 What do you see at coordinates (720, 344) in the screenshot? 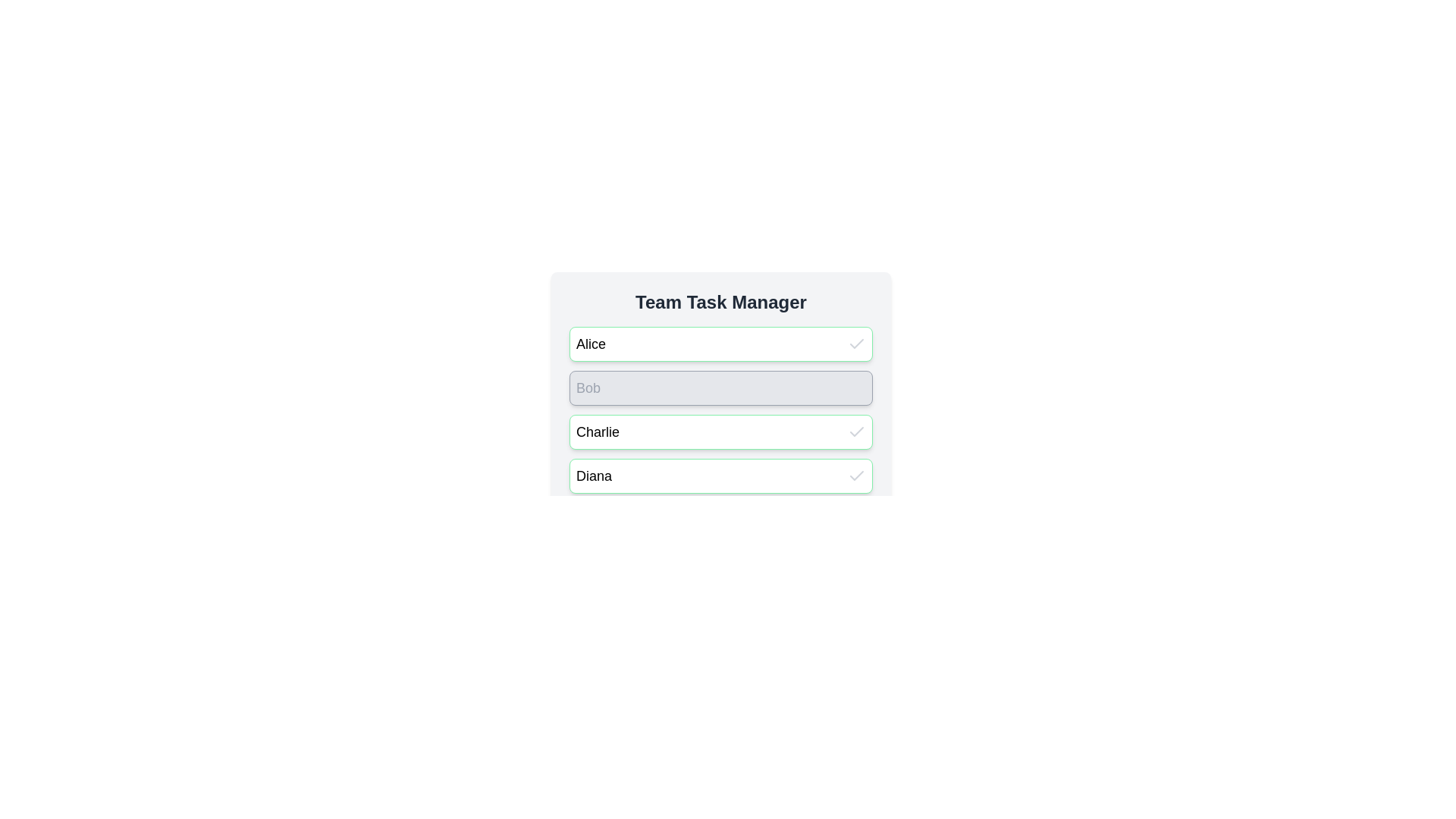
I see `the first list item representing 'Alice' in the Team Task Manager` at bounding box center [720, 344].